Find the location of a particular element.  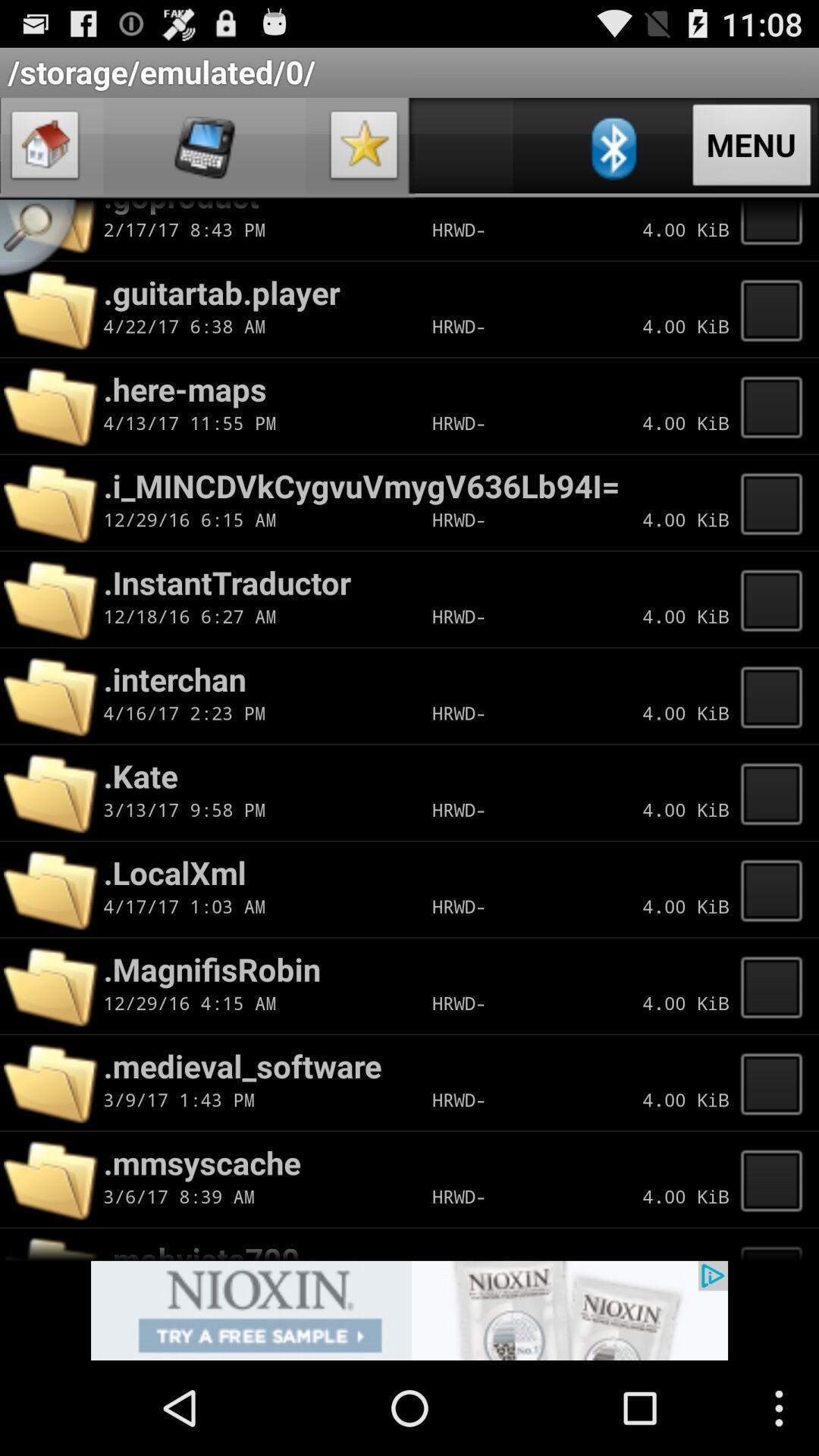

button is located at coordinates (776, 695).